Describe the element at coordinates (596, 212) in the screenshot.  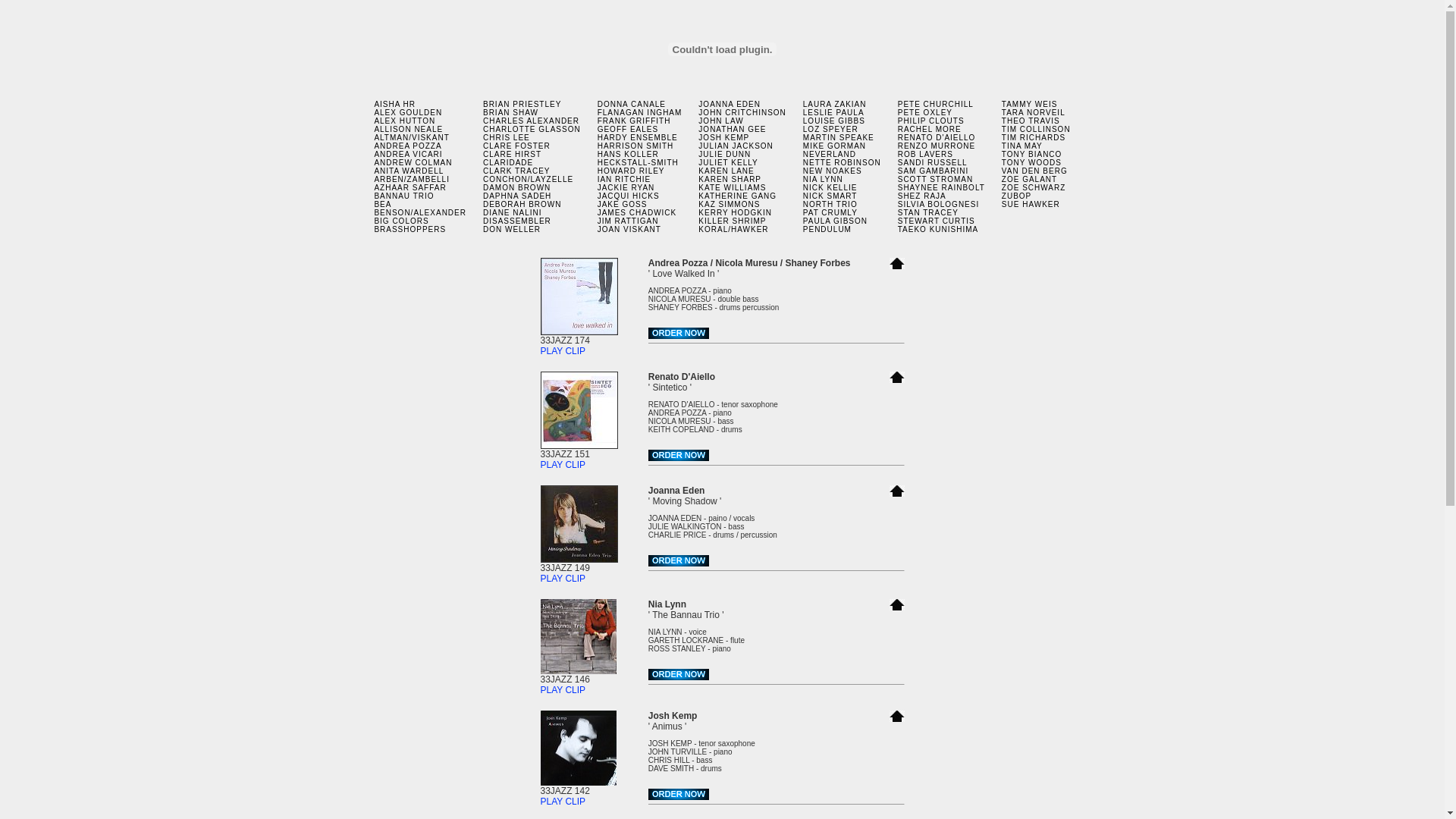
I see `'JAMES CHADWICK'` at that location.